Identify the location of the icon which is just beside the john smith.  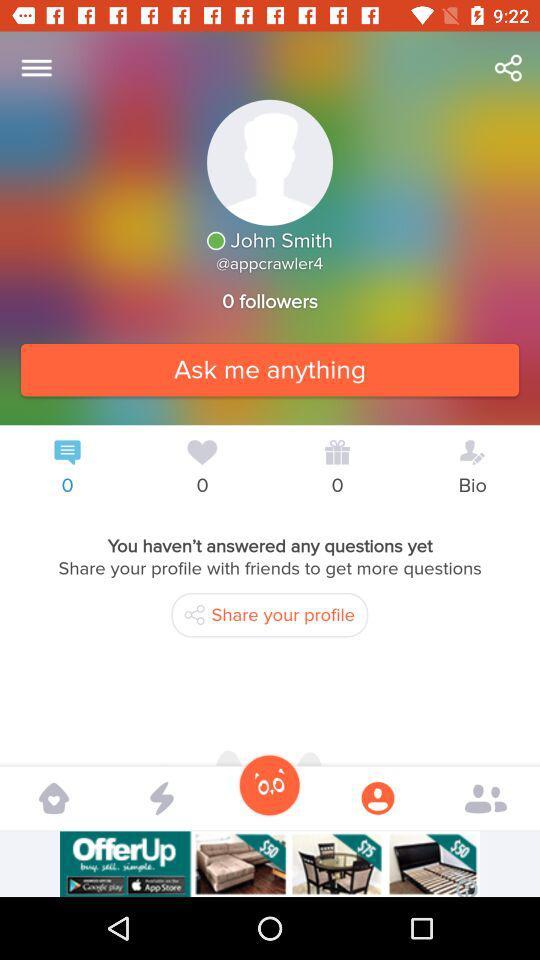
(215, 240).